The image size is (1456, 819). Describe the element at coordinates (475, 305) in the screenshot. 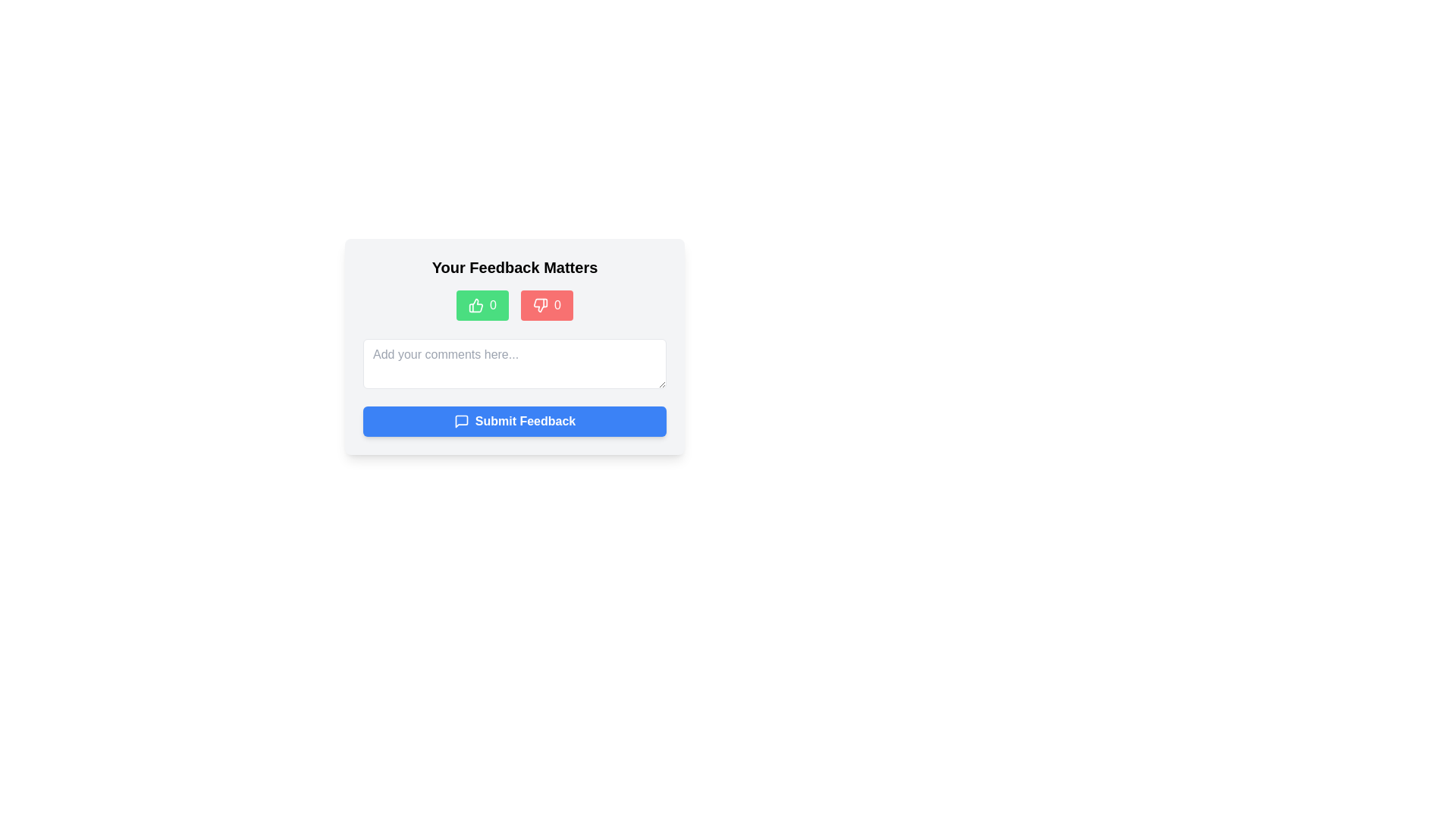

I see `the upvote icon located in the center of the green button on the left side of a horizontal layout to cast an upvote` at that location.